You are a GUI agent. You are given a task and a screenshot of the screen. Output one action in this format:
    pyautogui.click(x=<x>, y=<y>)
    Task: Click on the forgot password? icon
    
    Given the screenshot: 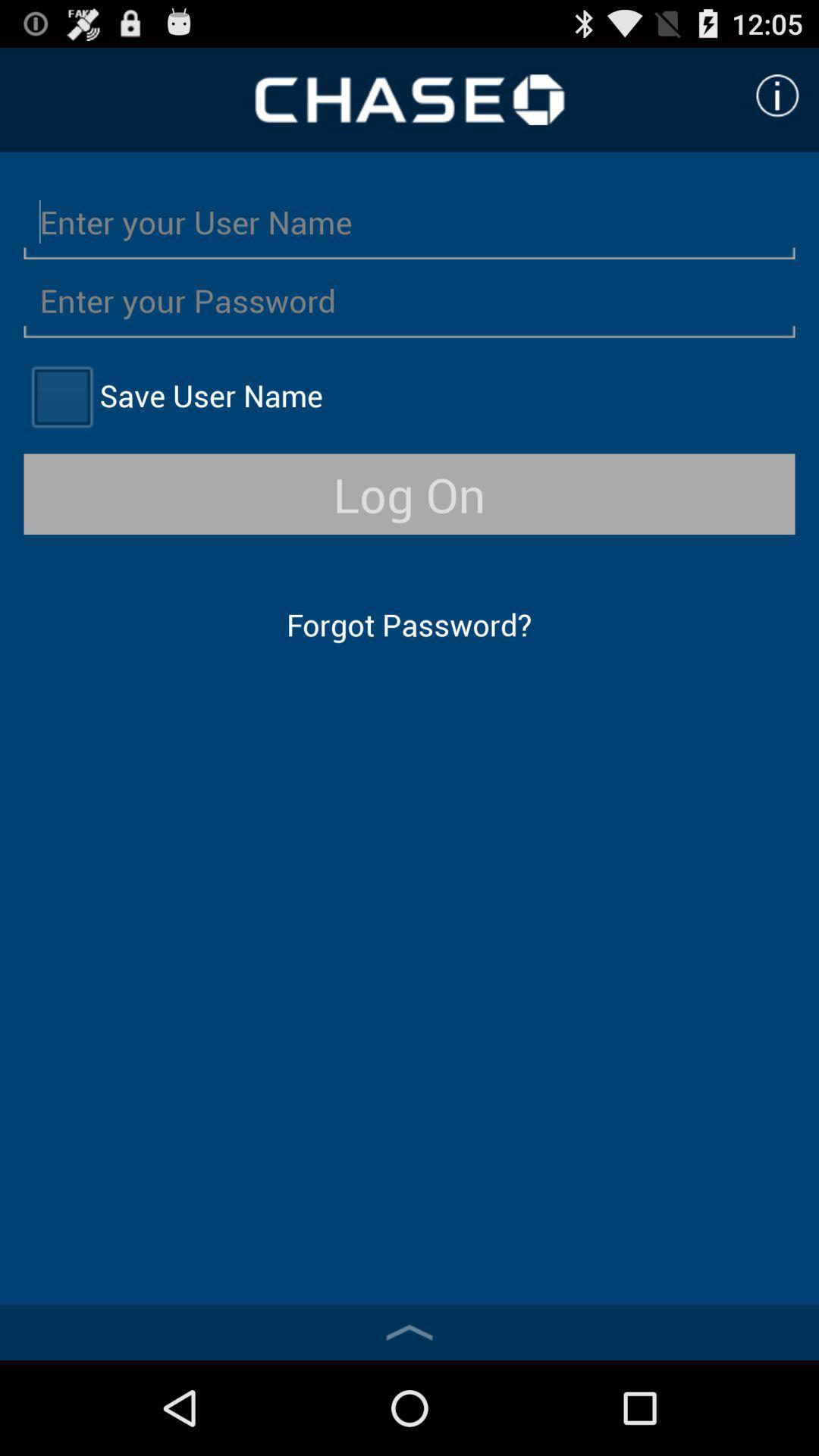 What is the action you would take?
    pyautogui.click(x=408, y=624)
    